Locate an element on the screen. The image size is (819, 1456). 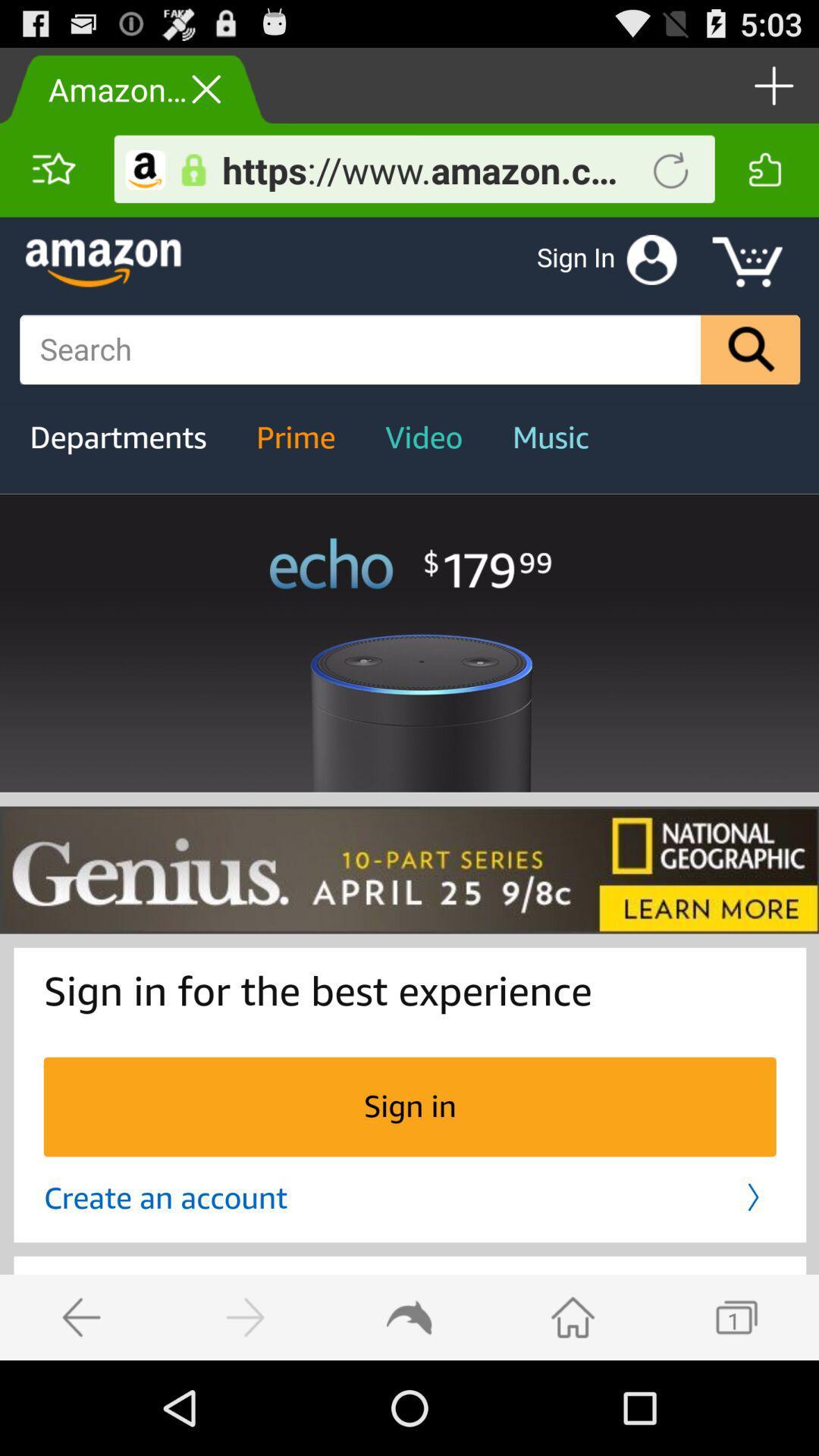
amazon button is located at coordinates (146, 170).